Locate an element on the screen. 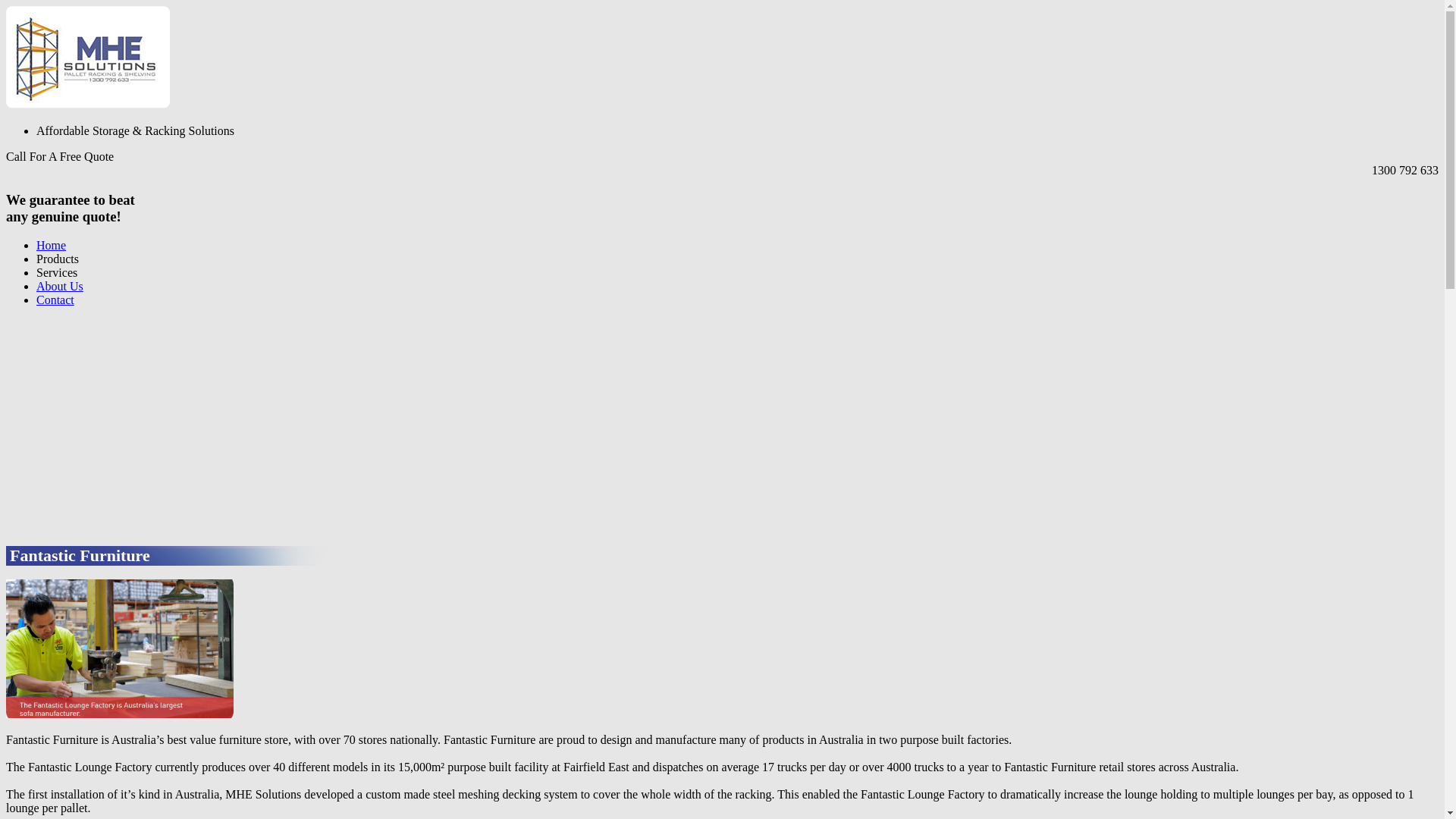 The height and width of the screenshot is (819, 1456). 'About Us' is located at coordinates (59, 286).